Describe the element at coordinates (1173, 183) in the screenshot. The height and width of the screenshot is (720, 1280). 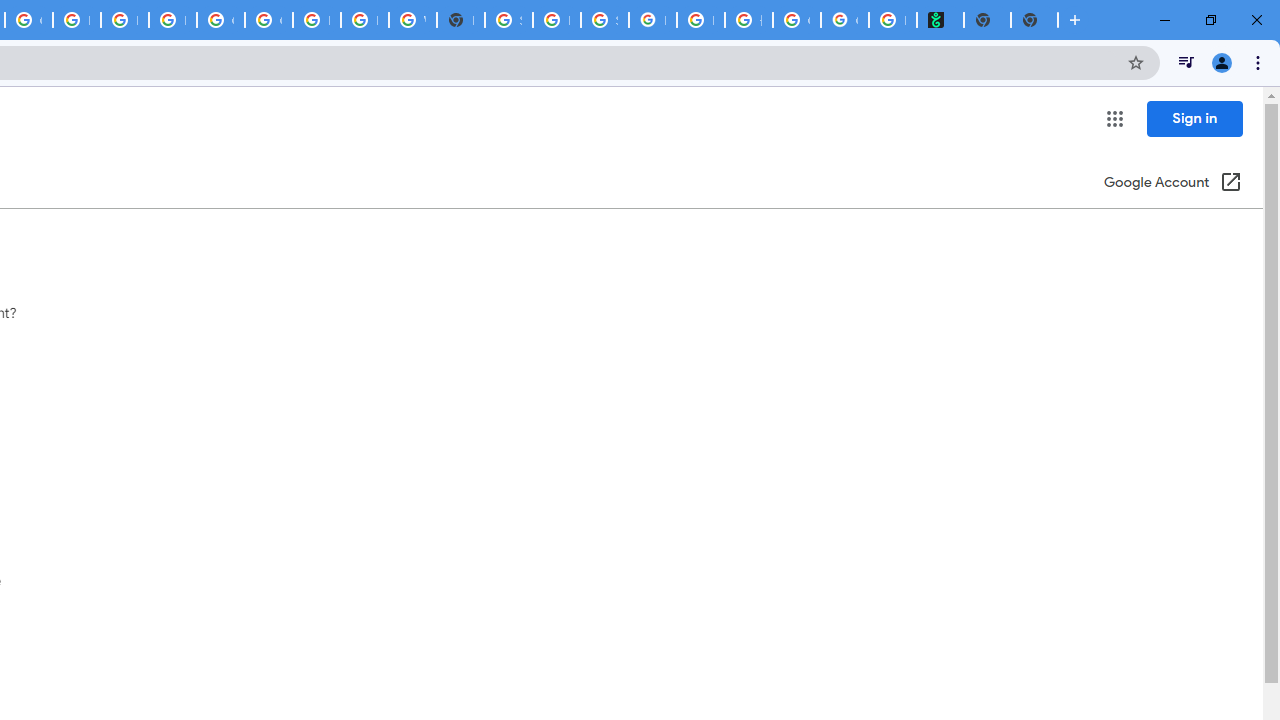
I see `'Google Account (Open in a new window)'` at that location.